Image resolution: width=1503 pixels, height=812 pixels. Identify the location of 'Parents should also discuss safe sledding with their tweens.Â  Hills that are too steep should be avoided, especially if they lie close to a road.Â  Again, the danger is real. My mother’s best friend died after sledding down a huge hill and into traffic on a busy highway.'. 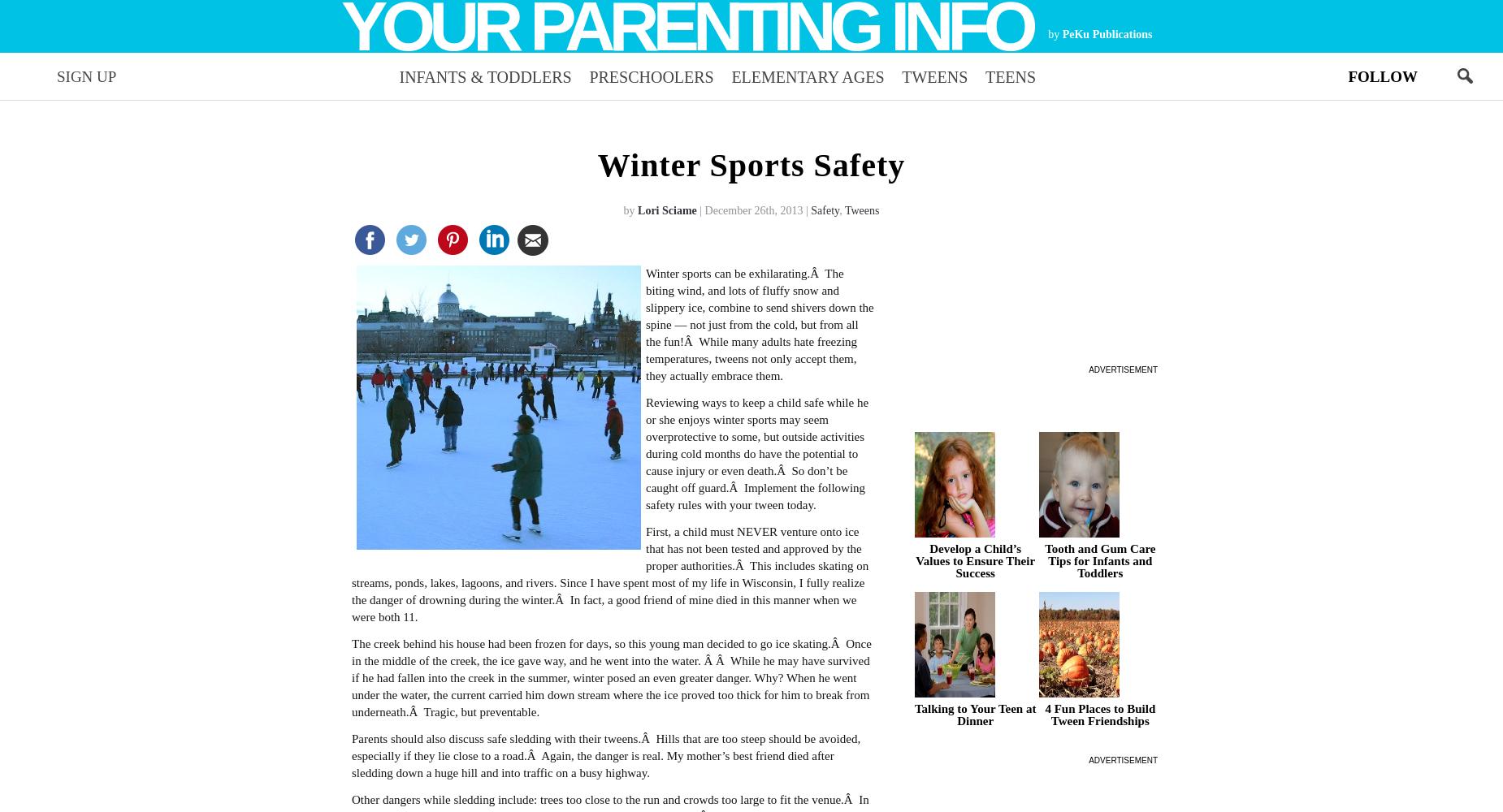
(605, 755).